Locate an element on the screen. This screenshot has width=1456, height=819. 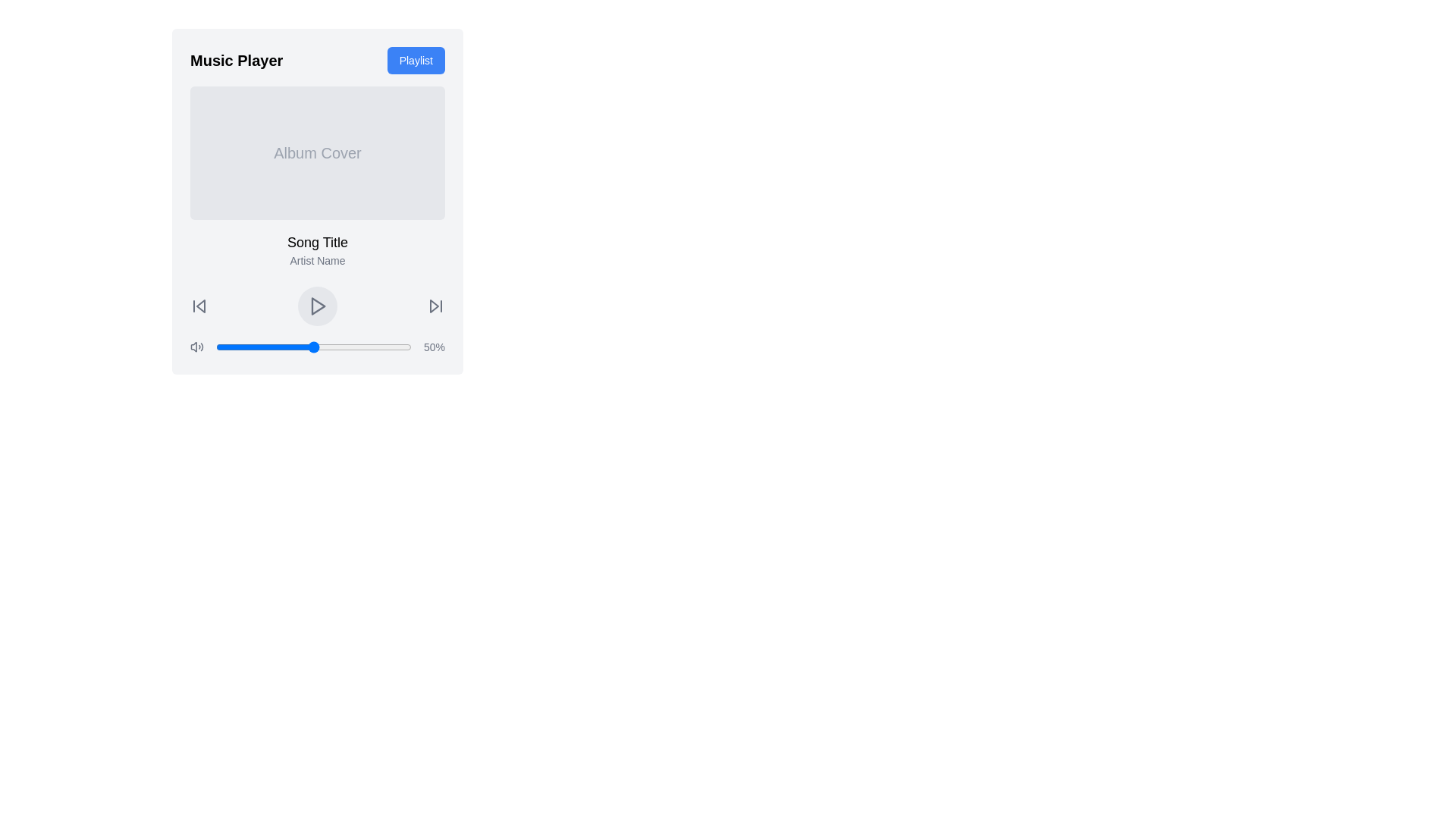
the play button symbol, which is a right-facing triangle styled in a minimalistic SVG format, located at the center of the music player interface is located at coordinates (316, 306).